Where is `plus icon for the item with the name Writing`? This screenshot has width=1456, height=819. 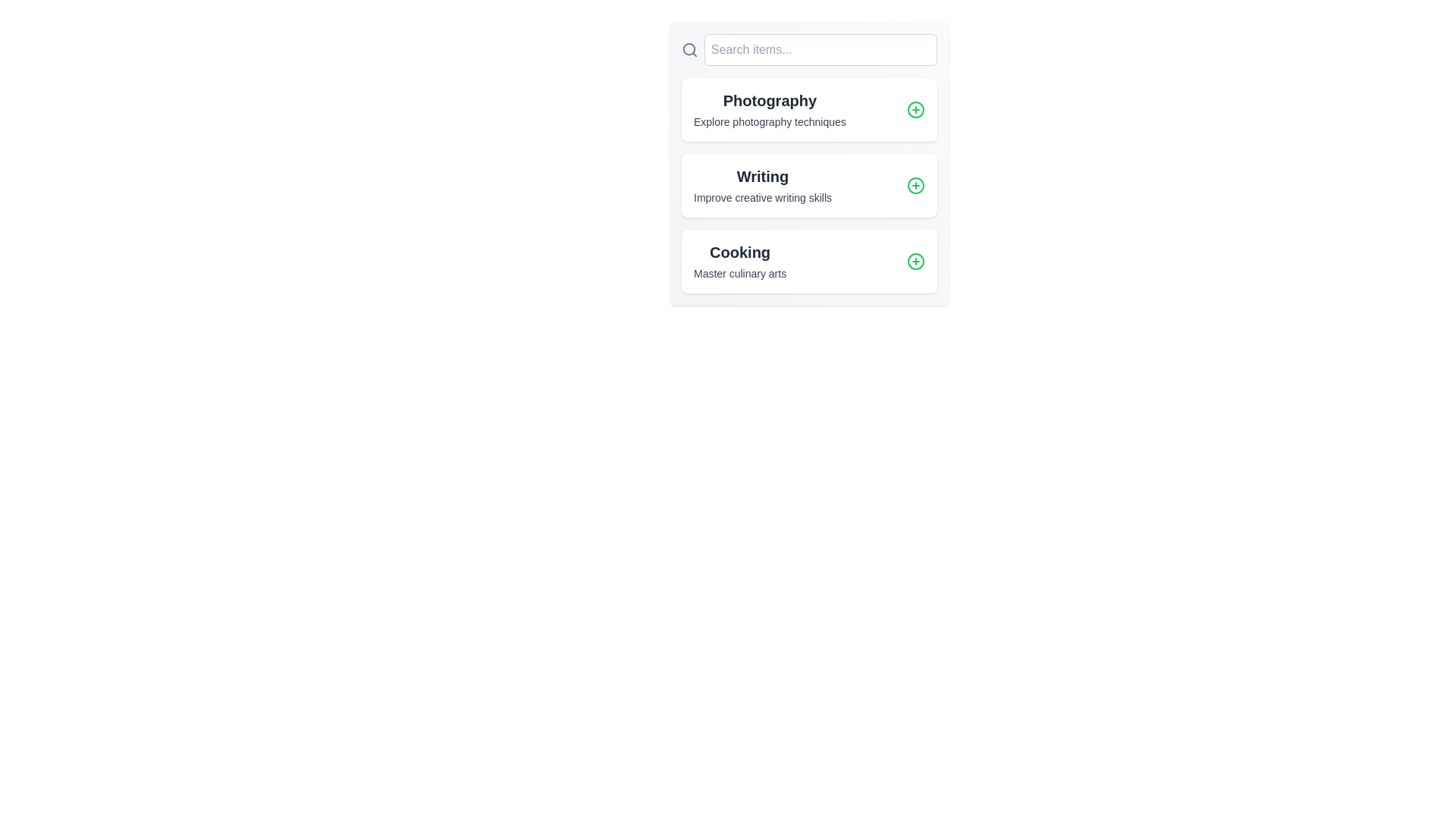 plus icon for the item with the name Writing is located at coordinates (915, 185).